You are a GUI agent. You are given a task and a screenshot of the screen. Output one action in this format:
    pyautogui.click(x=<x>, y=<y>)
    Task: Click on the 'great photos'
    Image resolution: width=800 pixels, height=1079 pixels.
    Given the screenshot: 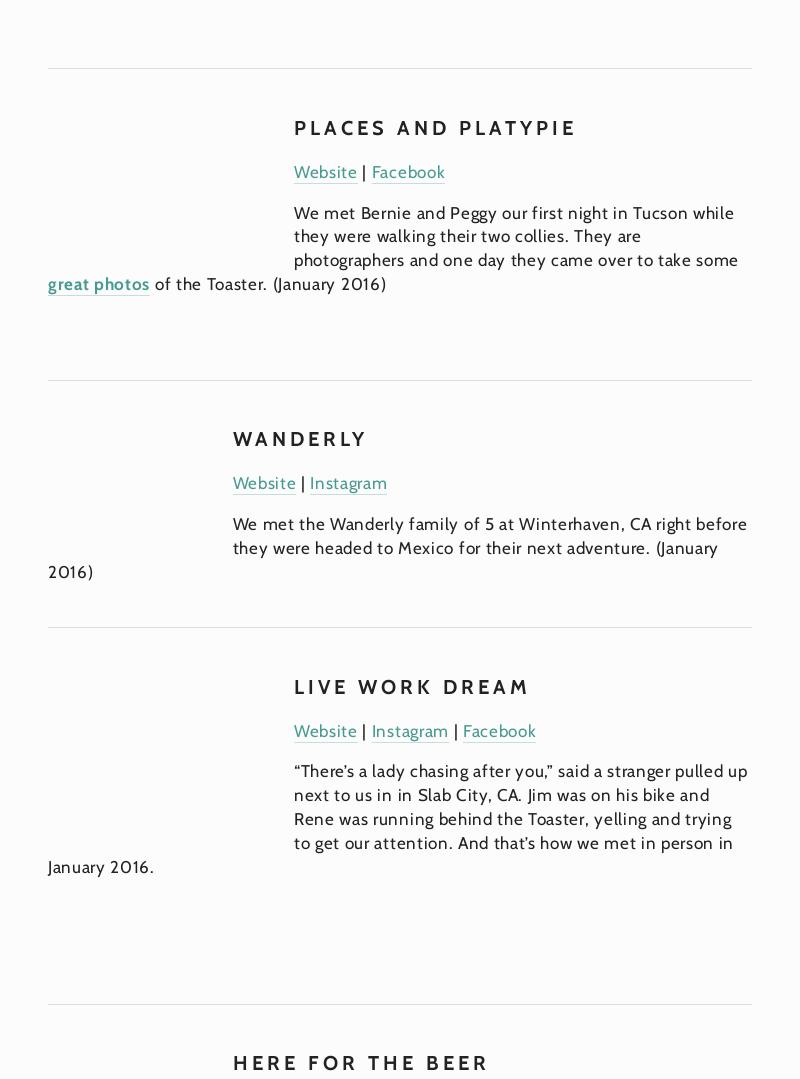 What is the action you would take?
    pyautogui.click(x=98, y=283)
    